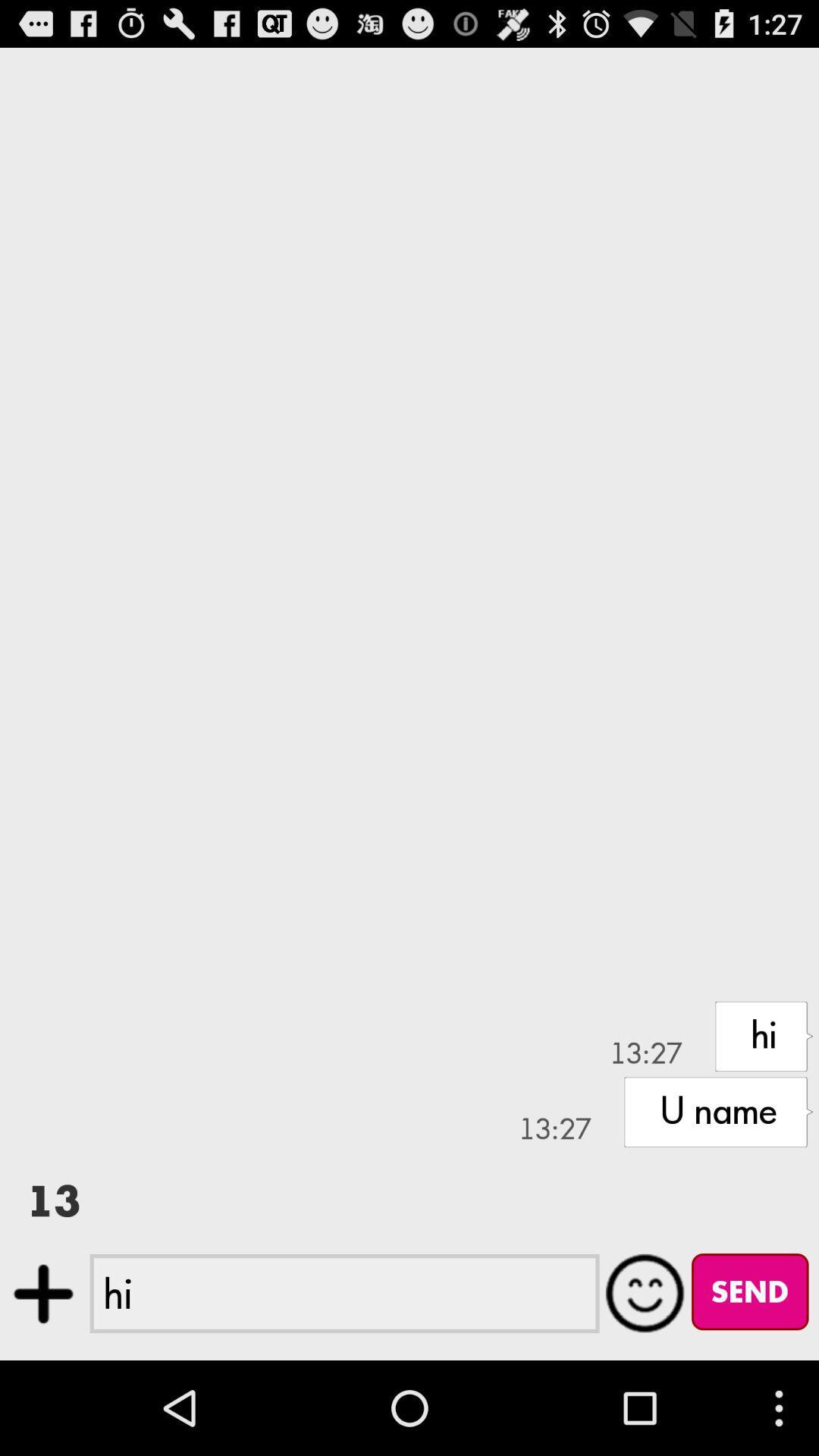  I want to click on adding smiley option, so click(645, 1292).